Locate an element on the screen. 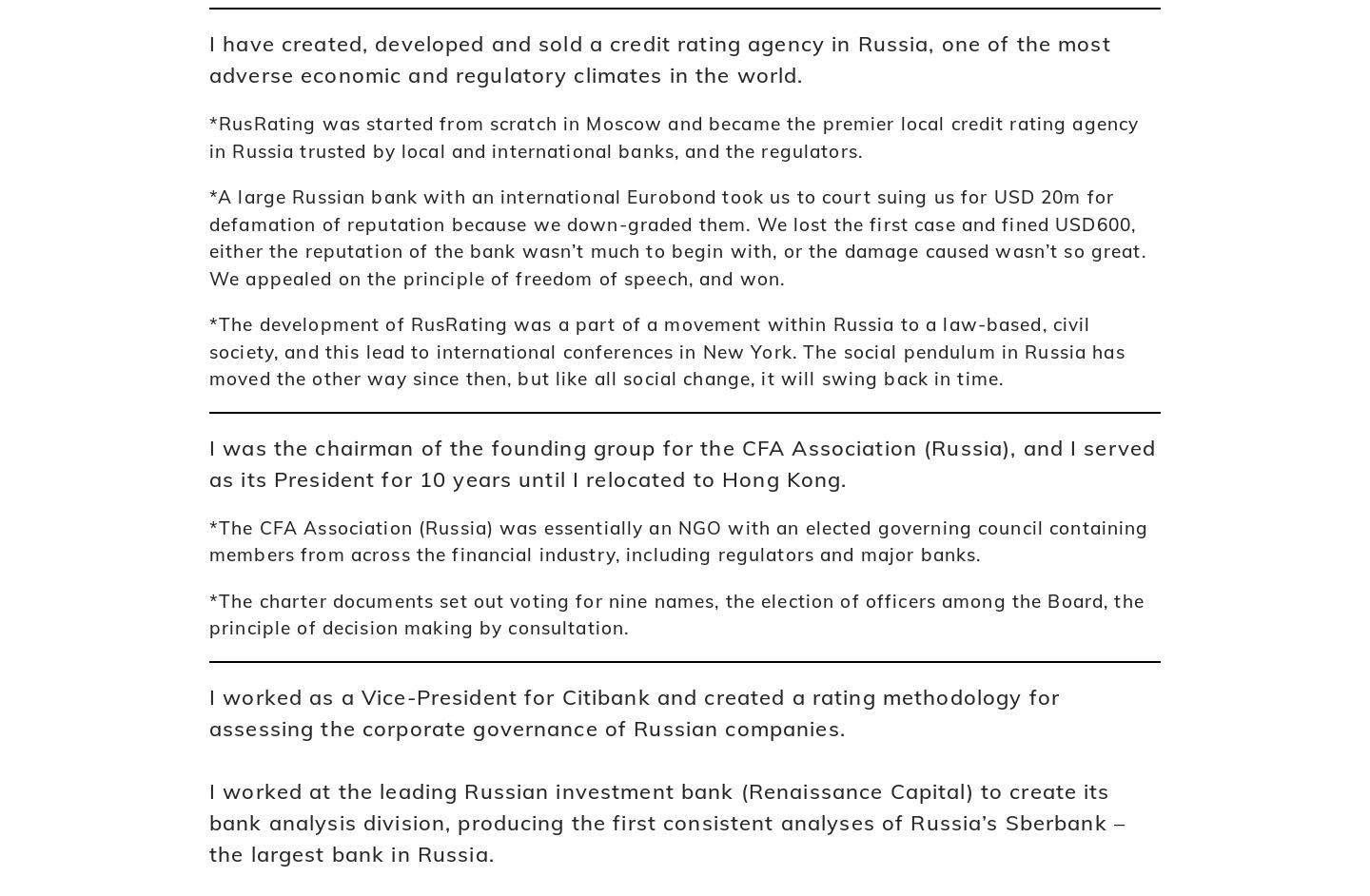  'About Bahá’í Faith' is located at coordinates (276, 449).